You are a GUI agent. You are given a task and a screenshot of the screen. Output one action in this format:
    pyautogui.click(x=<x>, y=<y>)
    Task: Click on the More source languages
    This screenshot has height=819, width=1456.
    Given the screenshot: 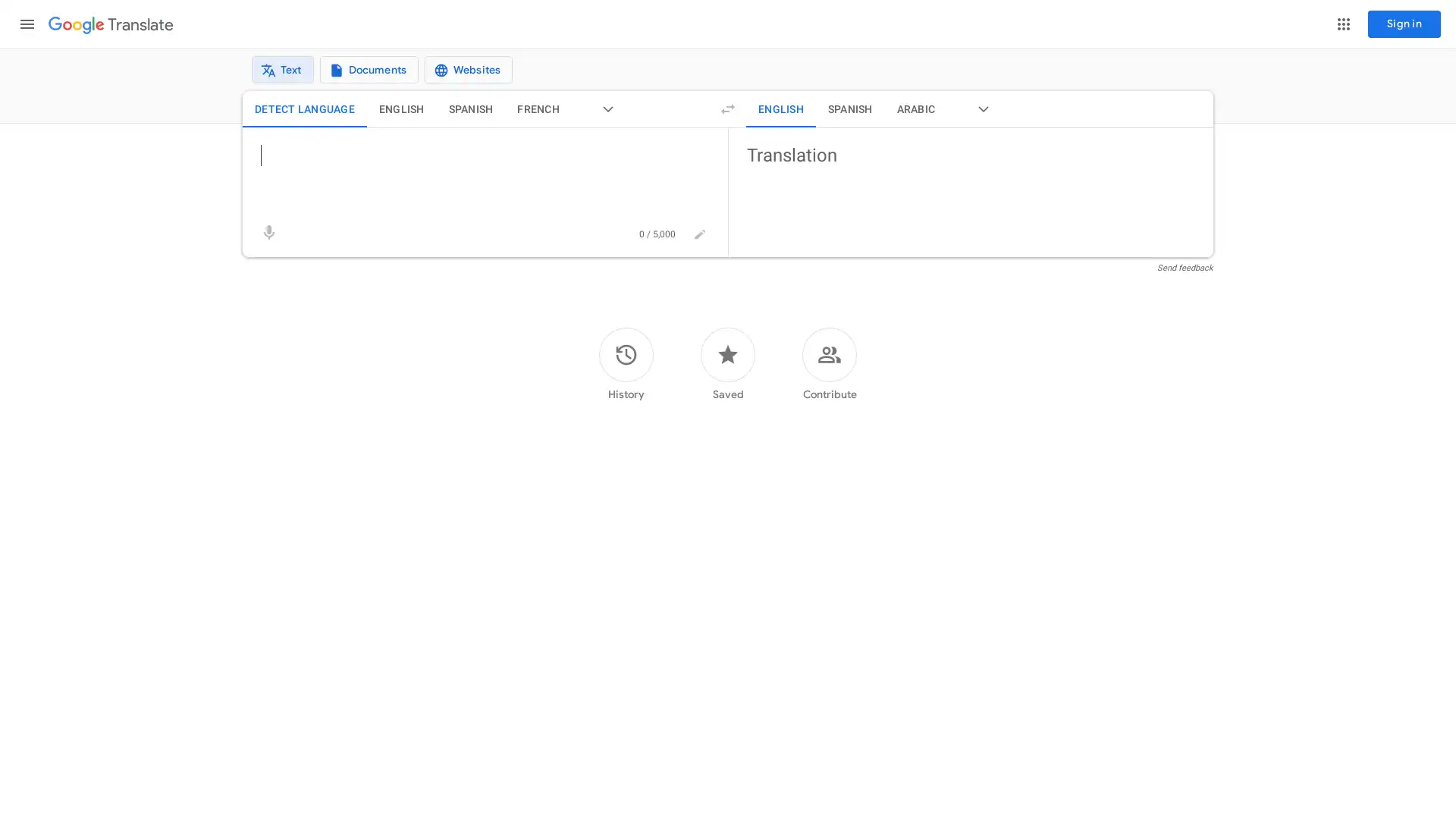 What is the action you would take?
    pyautogui.click(x=607, y=117)
    